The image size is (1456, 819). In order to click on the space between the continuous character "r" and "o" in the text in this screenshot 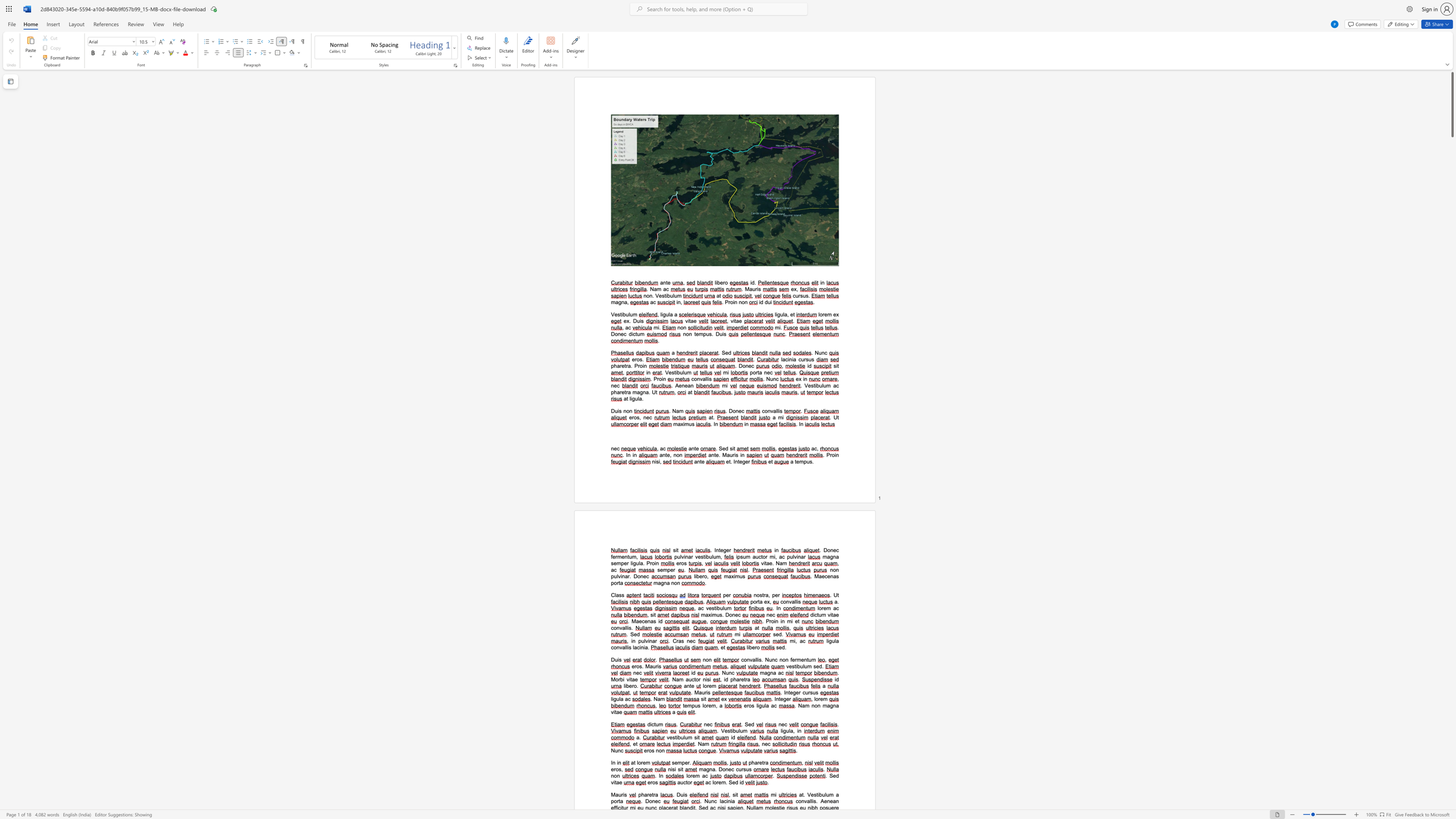, I will do `click(730, 302)`.